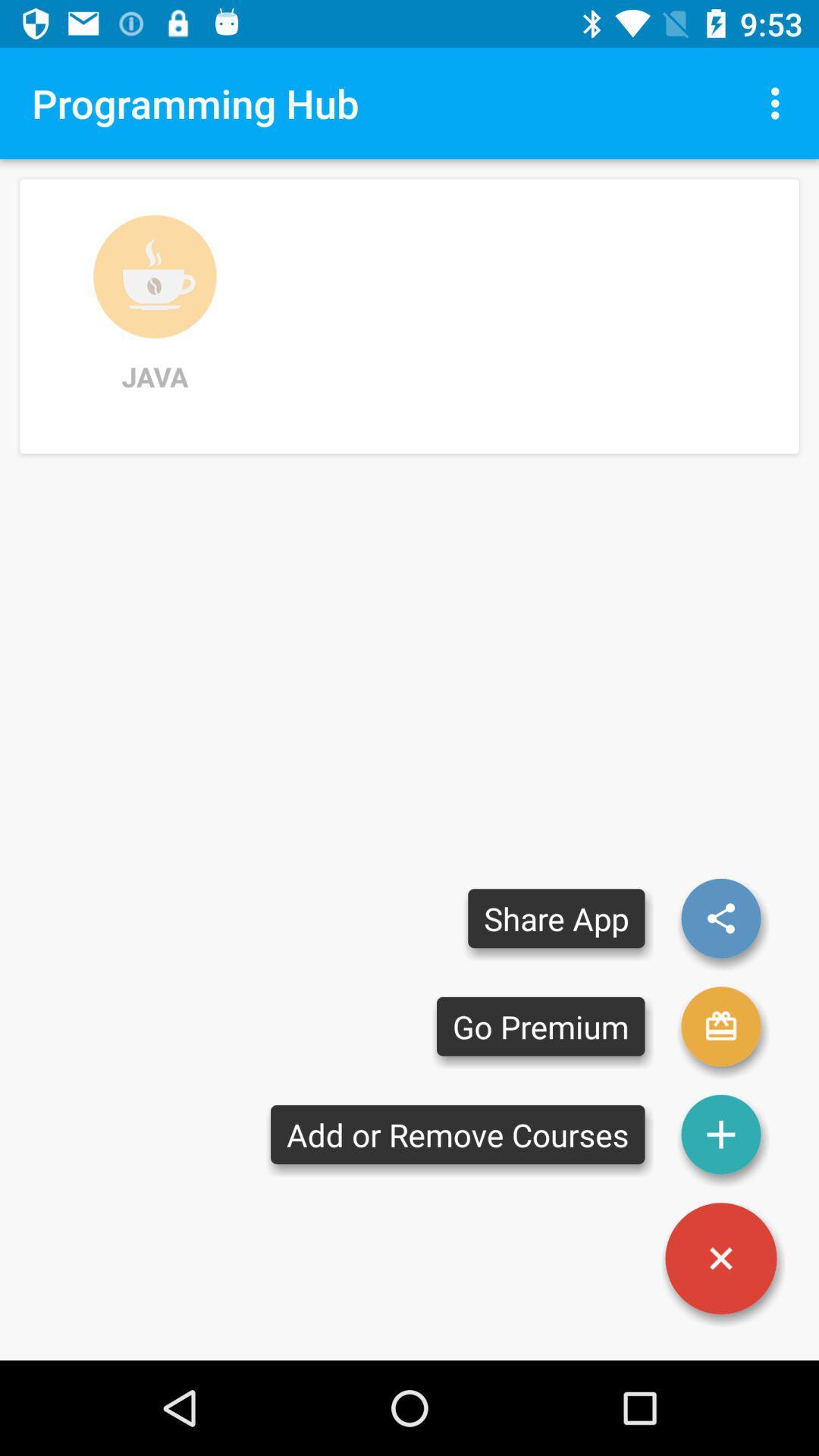  I want to click on item at the top right corner, so click(779, 102).